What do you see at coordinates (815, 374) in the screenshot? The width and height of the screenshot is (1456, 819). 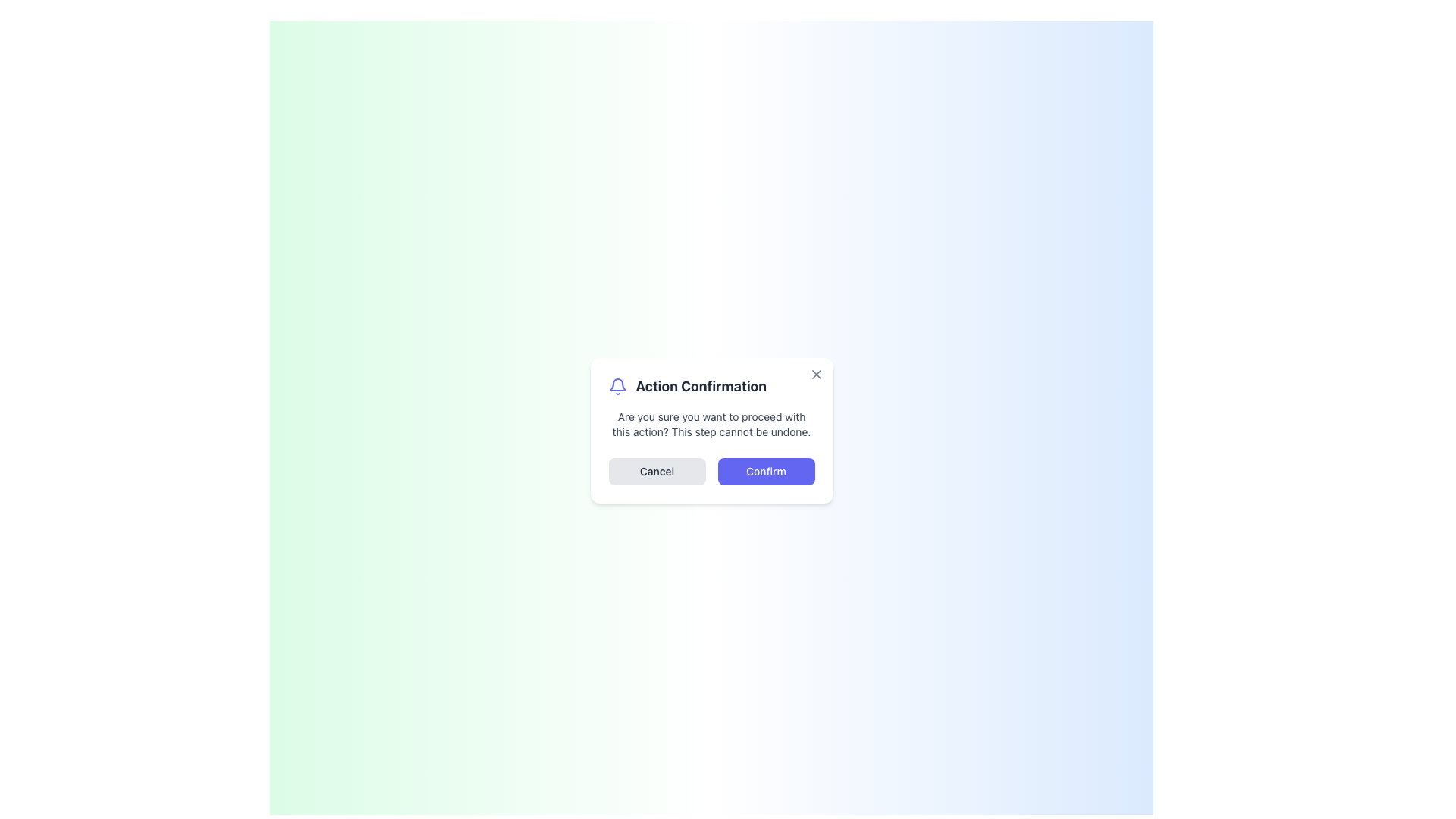 I see `the Close button located at the top-right corner of the modal dialog box adjacent to the title 'Action Confirmation'` at bounding box center [815, 374].